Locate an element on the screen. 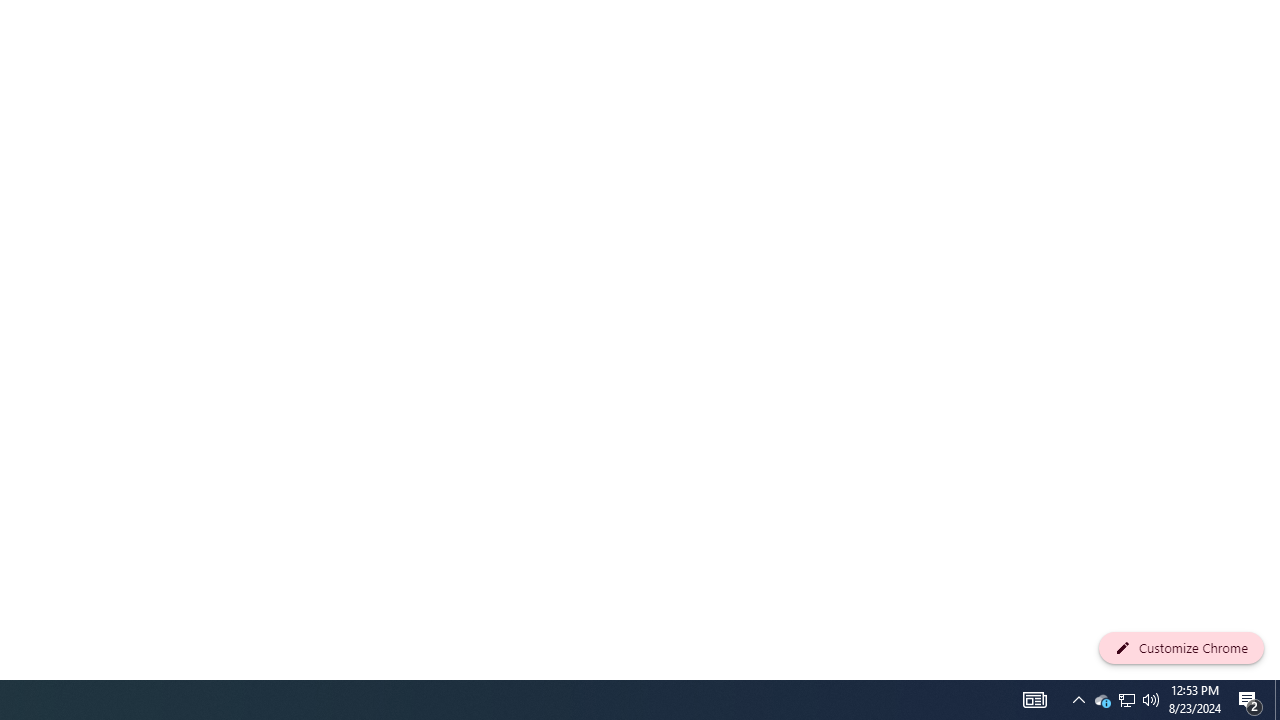 The image size is (1280, 720). 'Q2790: 100%' is located at coordinates (1127, 698).